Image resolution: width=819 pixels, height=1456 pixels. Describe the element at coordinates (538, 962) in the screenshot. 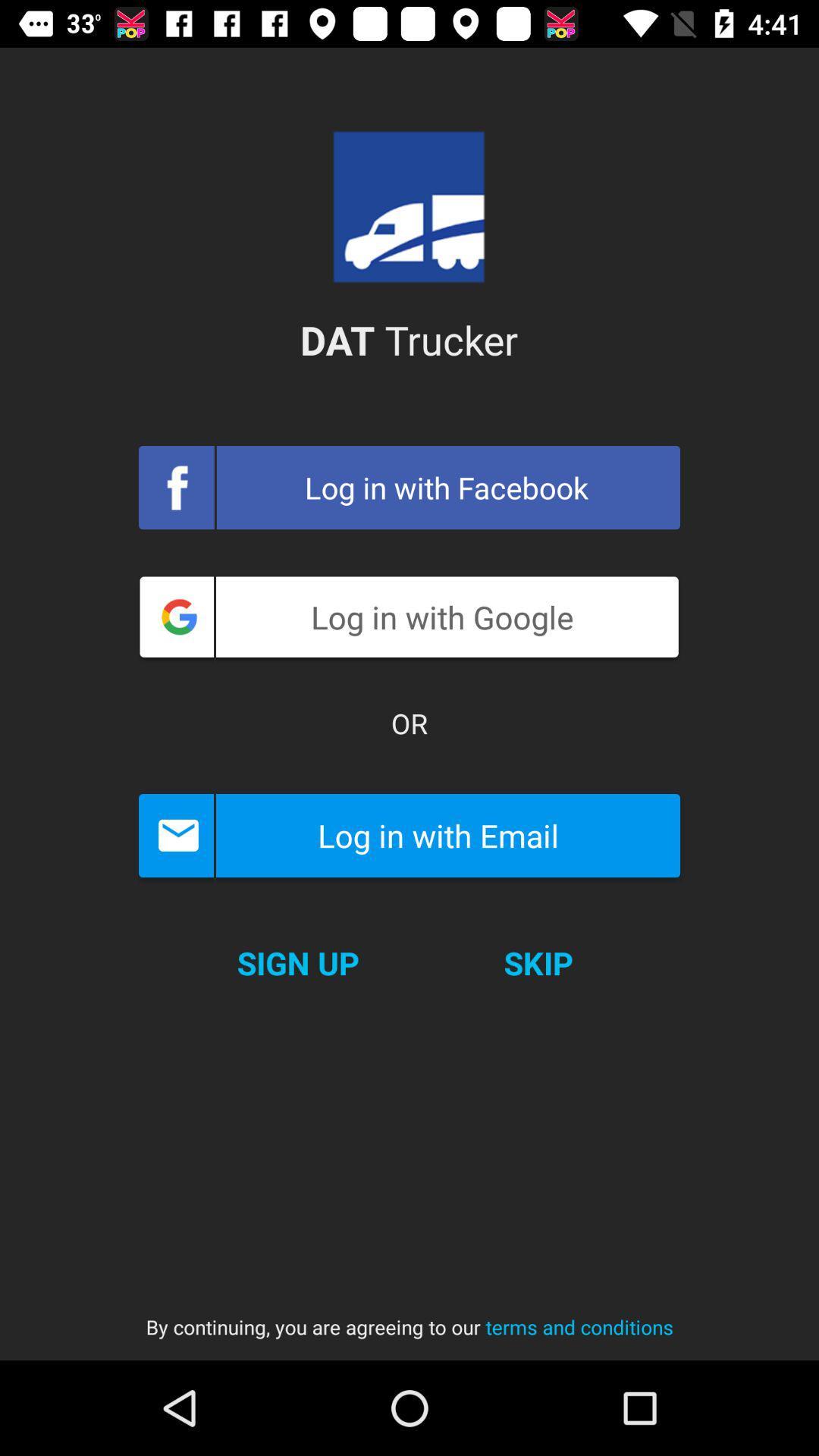

I see `the skip` at that location.